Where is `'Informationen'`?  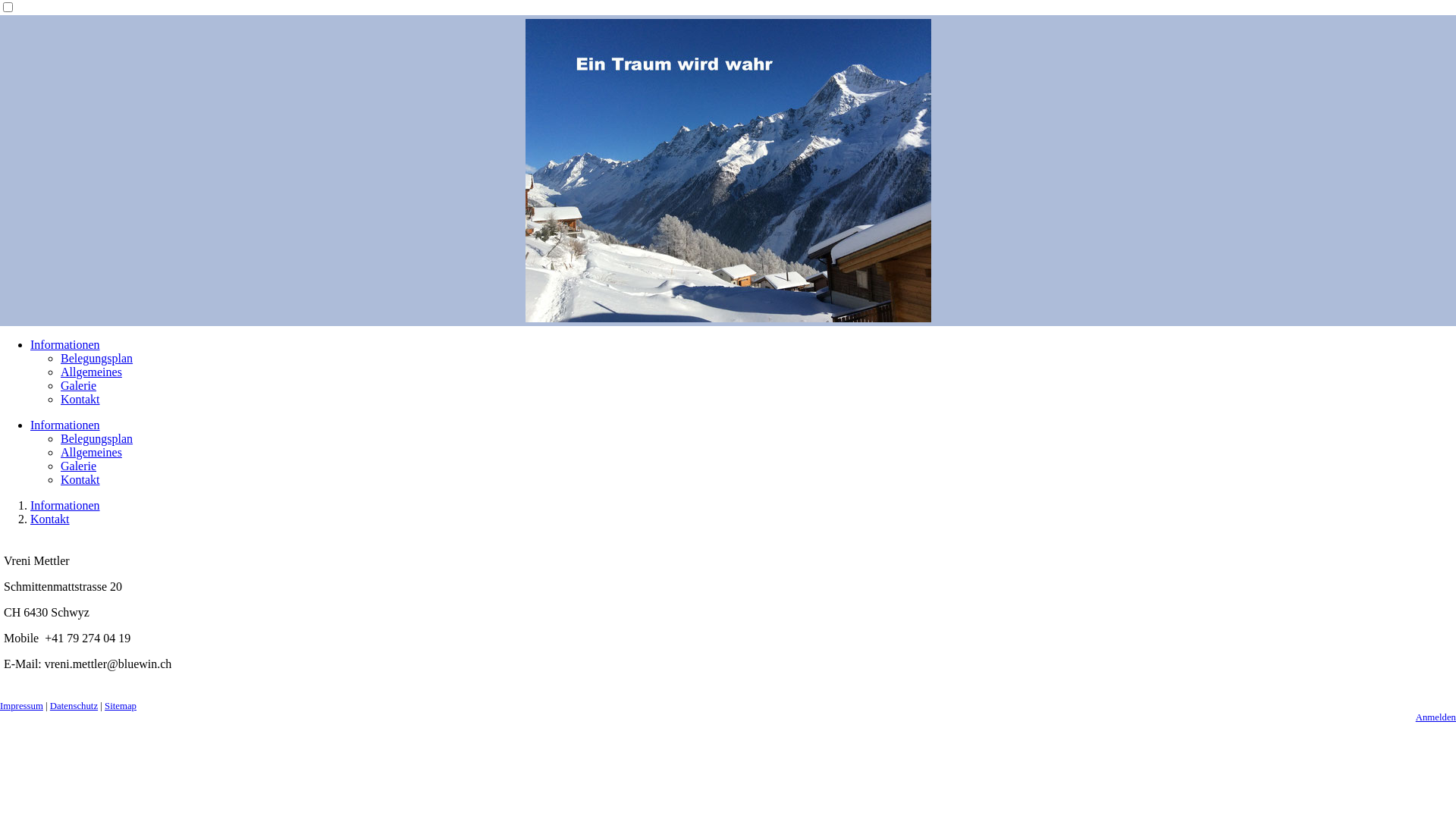 'Informationen' is located at coordinates (64, 425).